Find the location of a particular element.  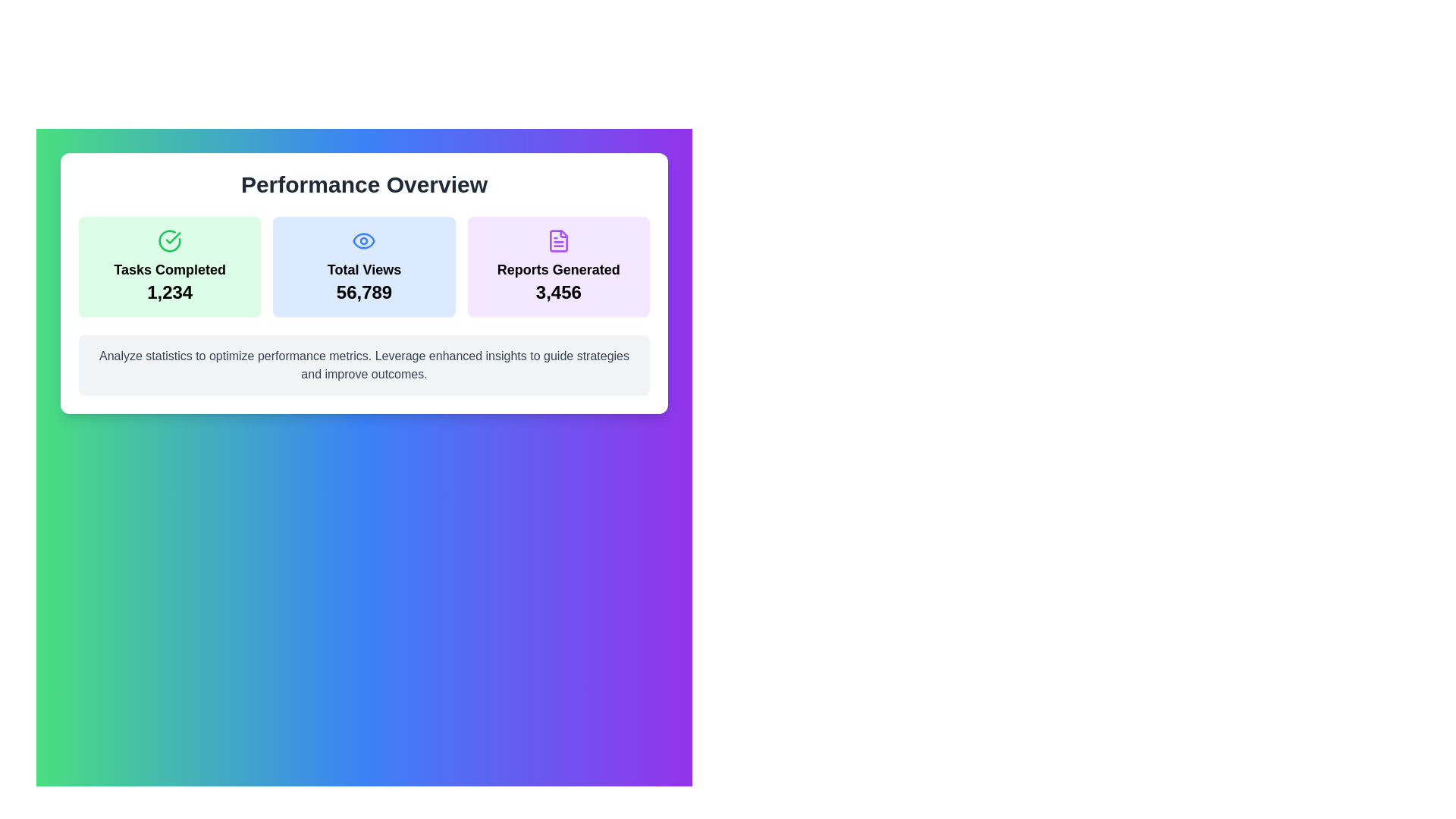

the text block that reads 'Analyze statistics to optimize performance metrics. Leverage enhanced insights to guide strategies and improve outcomes.' which is centrally aligned beneath the three cards labeled 'Tasks Completed,' 'Total Views,' and 'Reports Generated.' is located at coordinates (364, 366).